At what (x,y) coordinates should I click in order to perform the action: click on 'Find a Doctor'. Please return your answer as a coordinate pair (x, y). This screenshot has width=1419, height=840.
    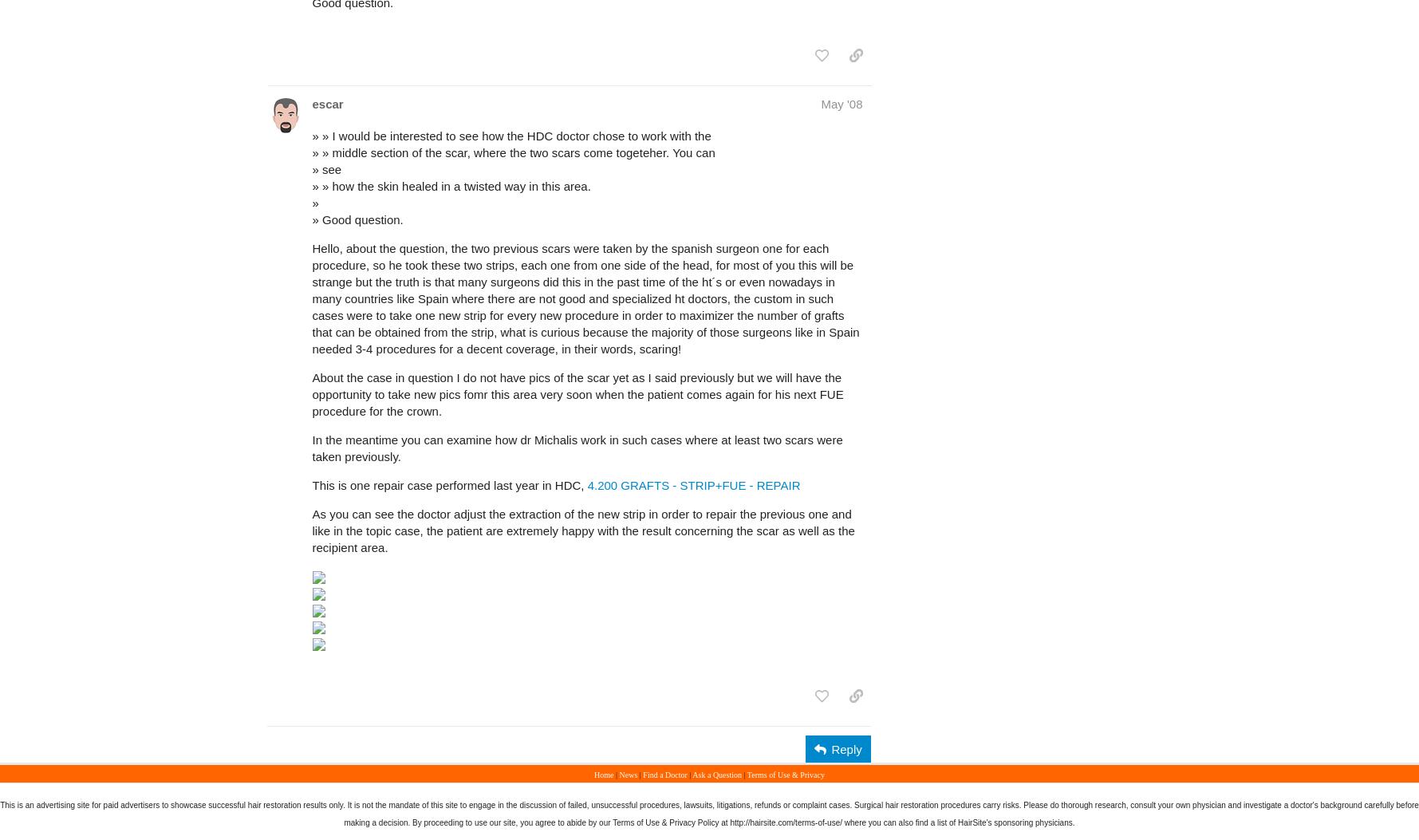
    Looking at the image, I should click on (642, 775).